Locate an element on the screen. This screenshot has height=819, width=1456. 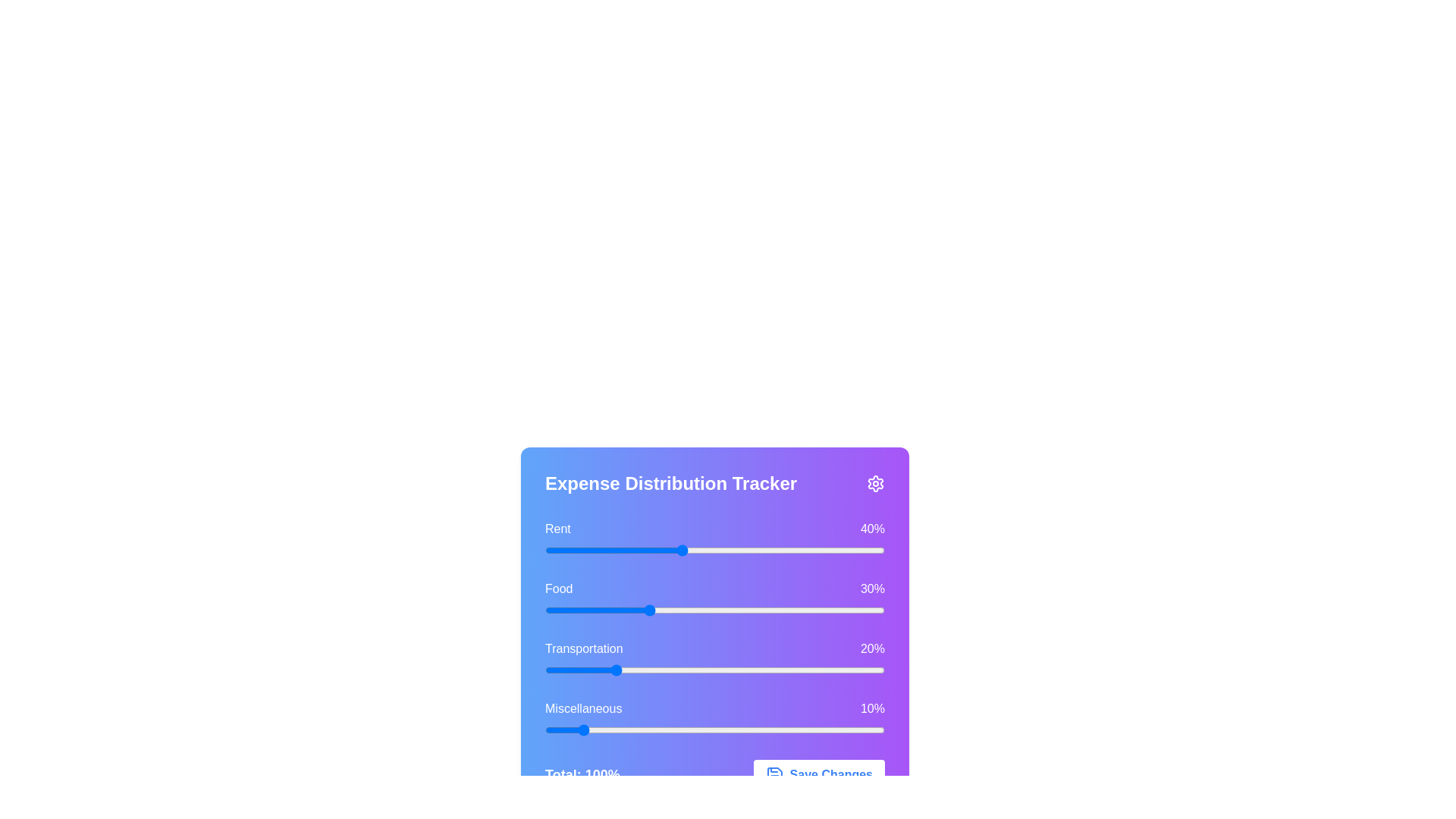
the 'Food' slider is located at coordinates (789, 610).